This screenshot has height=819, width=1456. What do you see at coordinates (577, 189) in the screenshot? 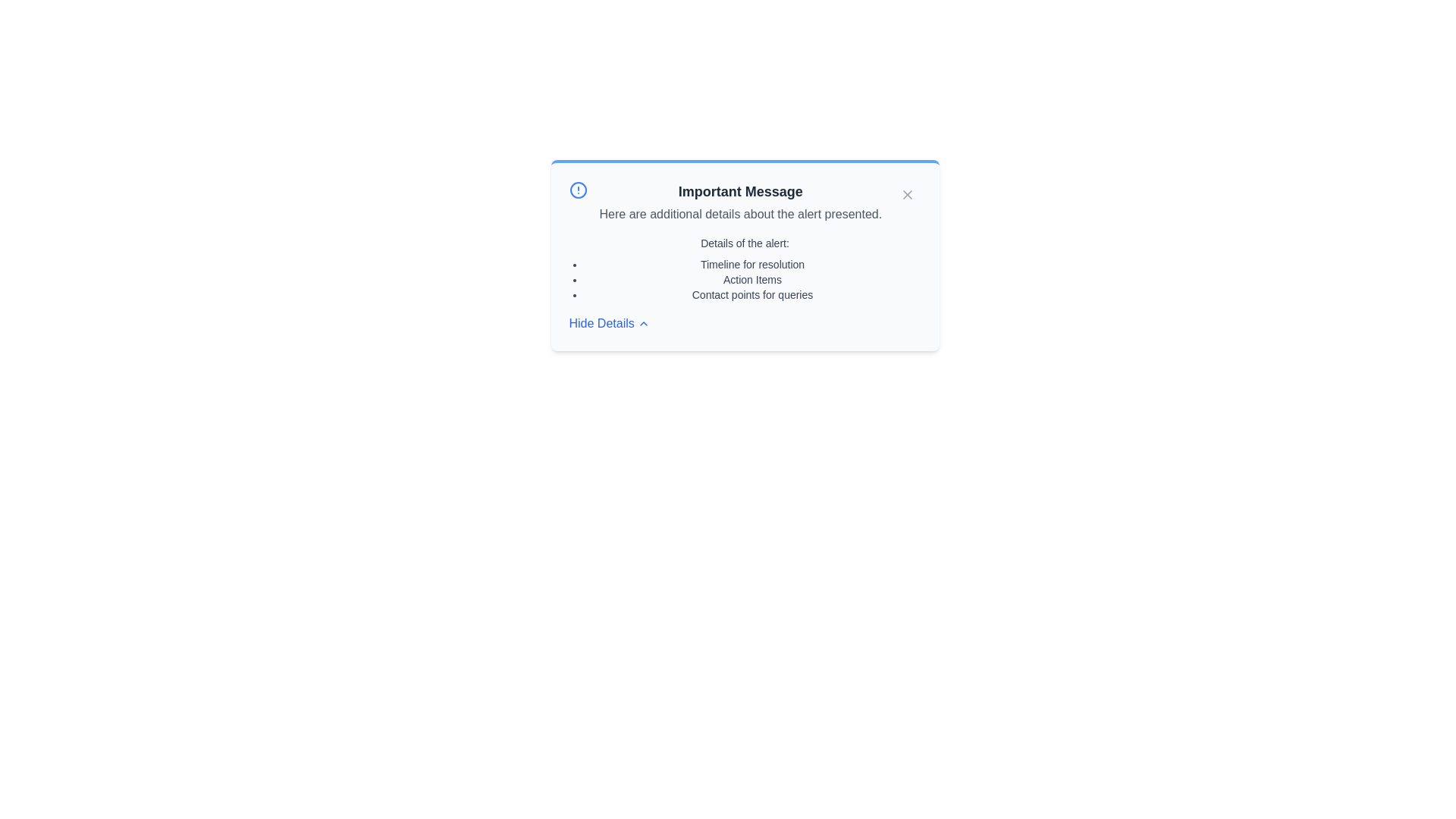
I see `the circular element with a blue border and white fill, located in the alert icon at the top-left corner of the alert message` at bounding box center [577, 189].